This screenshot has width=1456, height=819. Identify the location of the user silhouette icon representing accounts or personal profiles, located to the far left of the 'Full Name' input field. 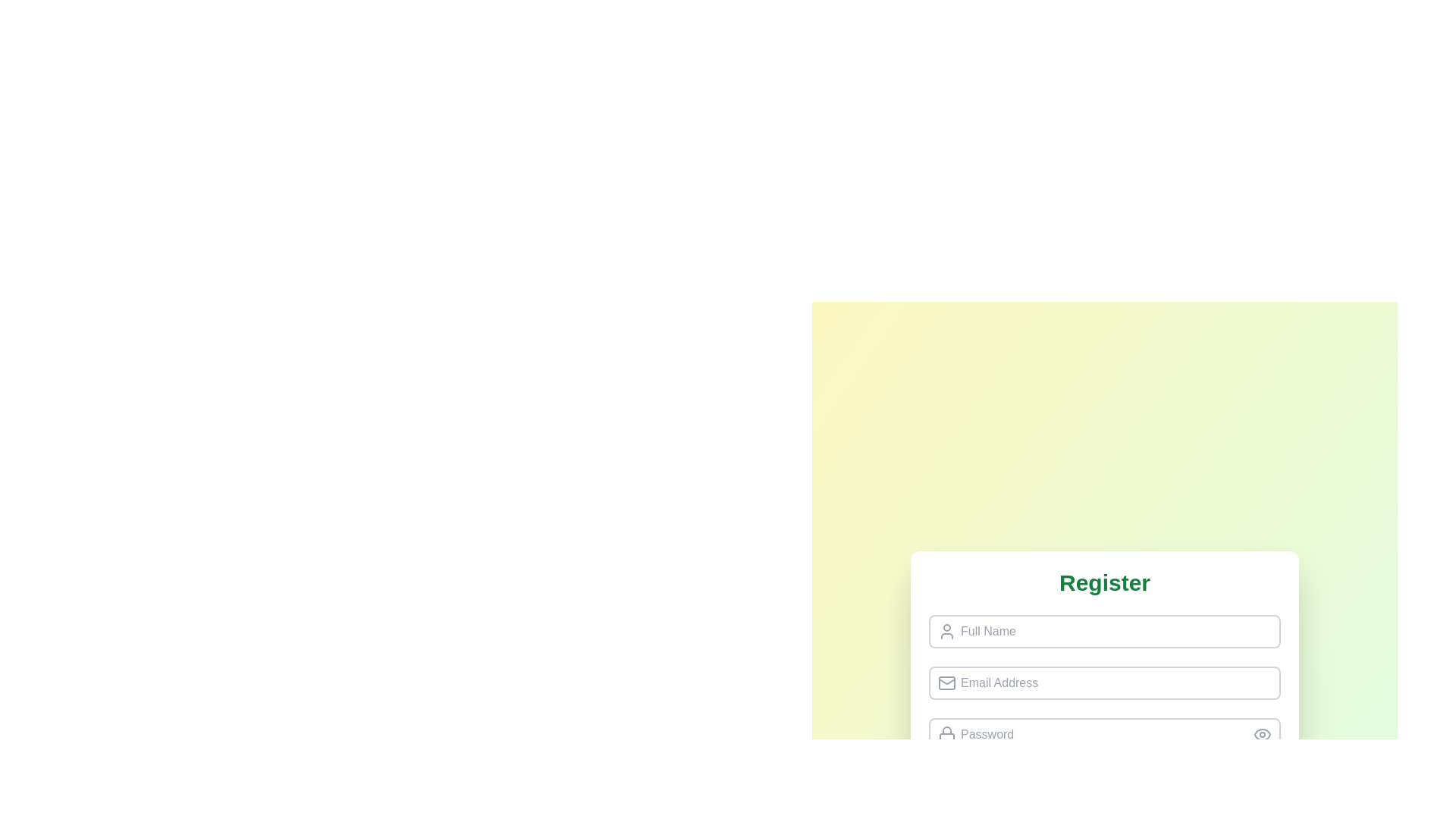
(946, 632).